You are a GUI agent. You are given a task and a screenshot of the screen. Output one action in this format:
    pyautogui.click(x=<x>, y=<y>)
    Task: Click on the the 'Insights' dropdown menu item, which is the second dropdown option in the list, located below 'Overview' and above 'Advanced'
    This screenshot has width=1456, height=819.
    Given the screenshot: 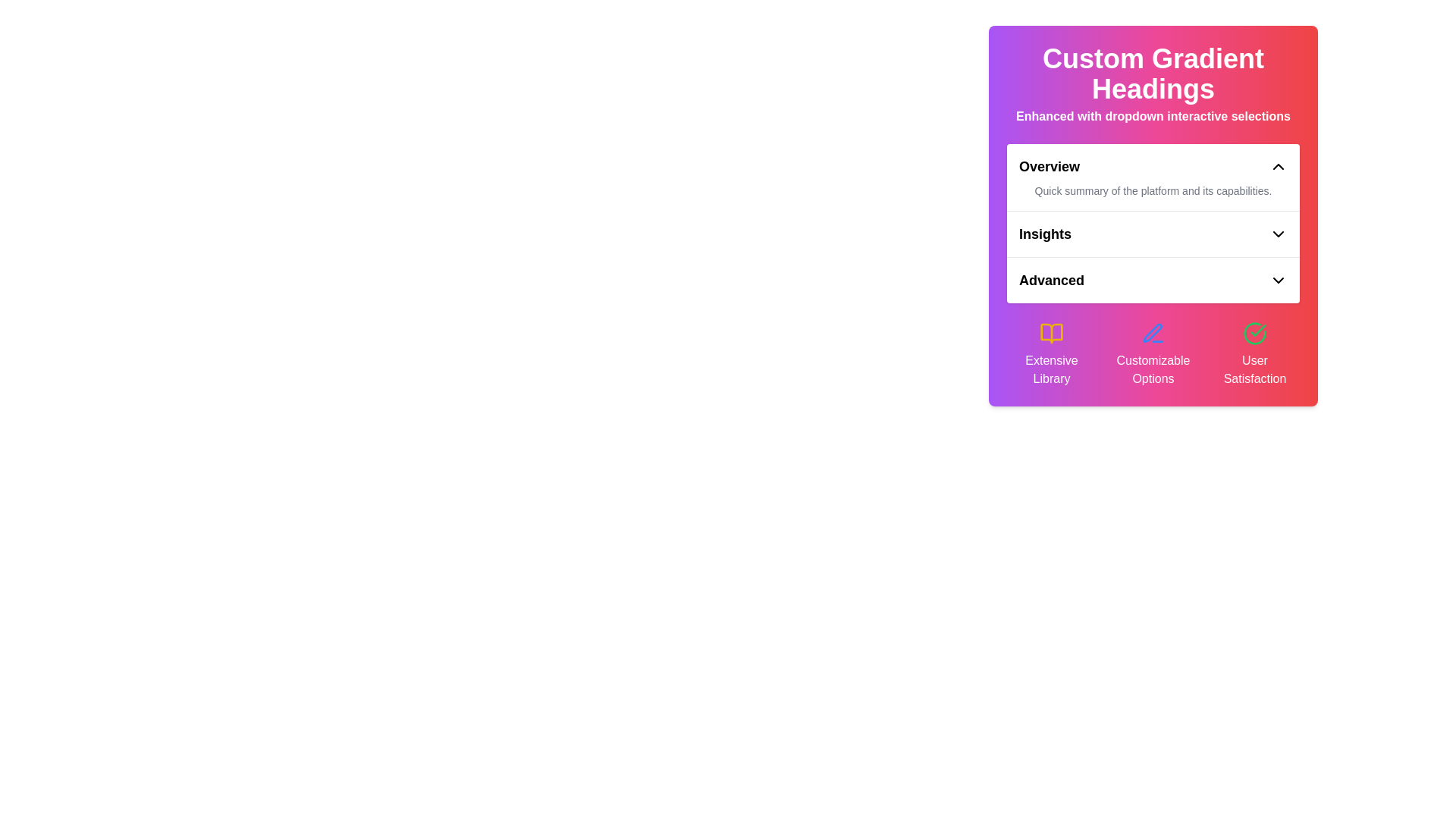 What is the action you would take?
    pyautogui.click(x=1153, y=216)
    